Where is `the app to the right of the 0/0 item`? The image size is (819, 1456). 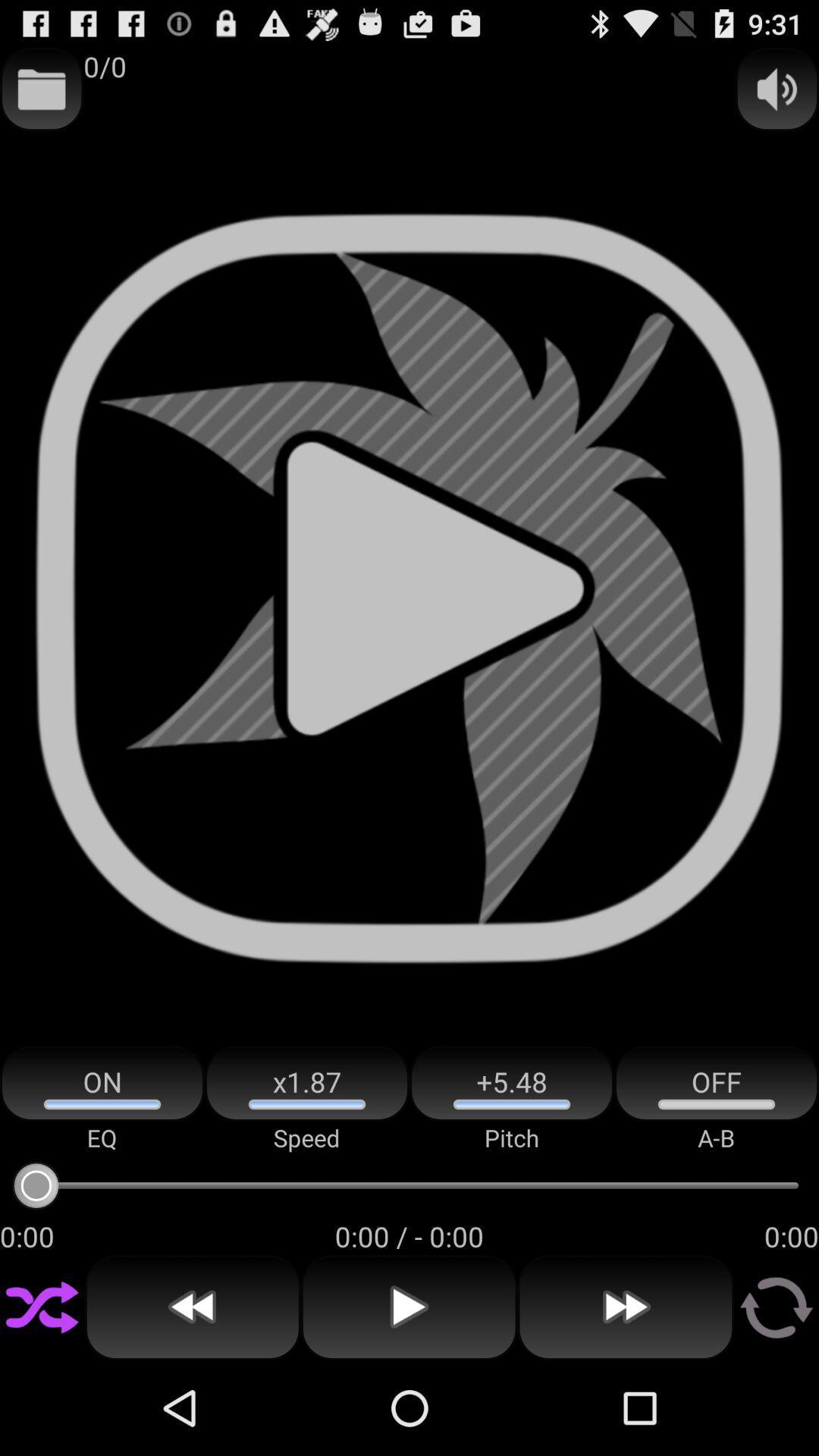
the app to the right of the 0/0 item is located at coordinates (777, 89).